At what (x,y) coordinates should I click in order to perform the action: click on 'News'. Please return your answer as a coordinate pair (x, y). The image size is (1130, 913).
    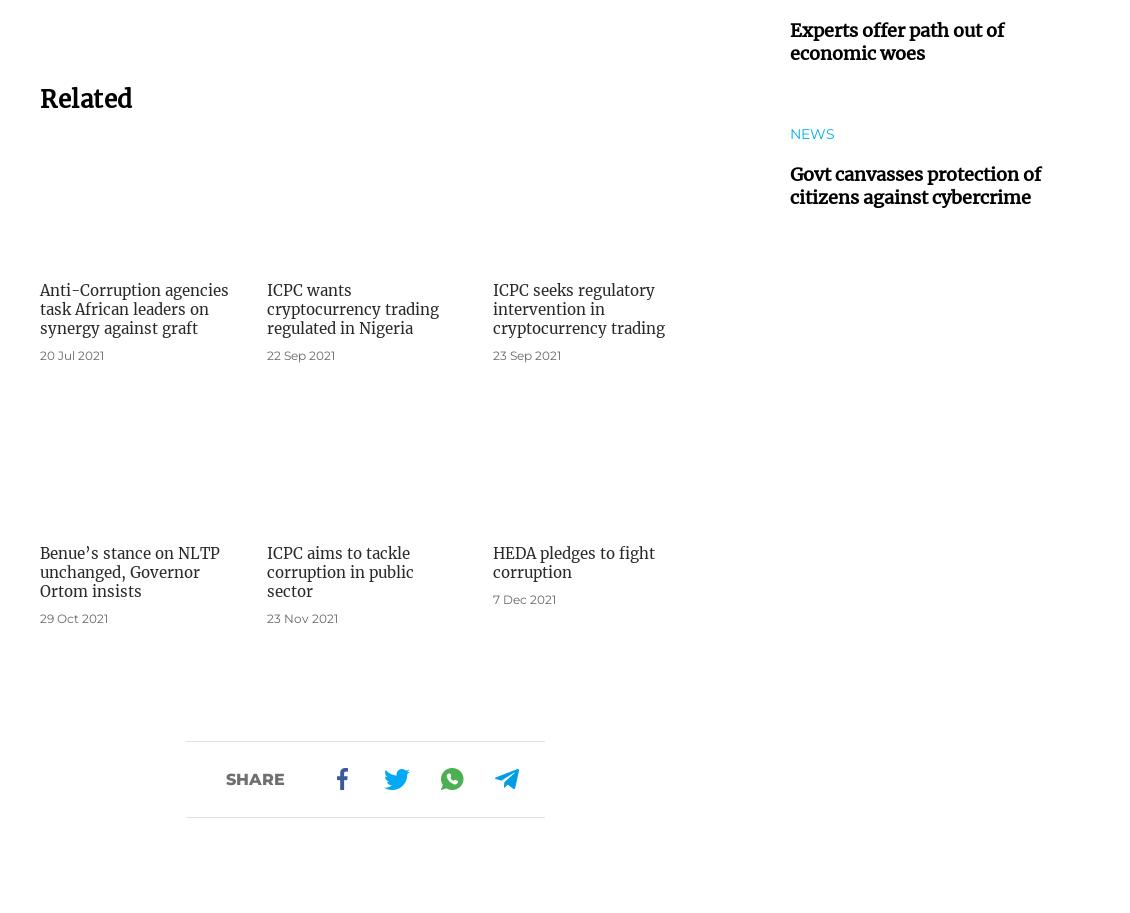
    Looking at the image, I should click on (811, 132).